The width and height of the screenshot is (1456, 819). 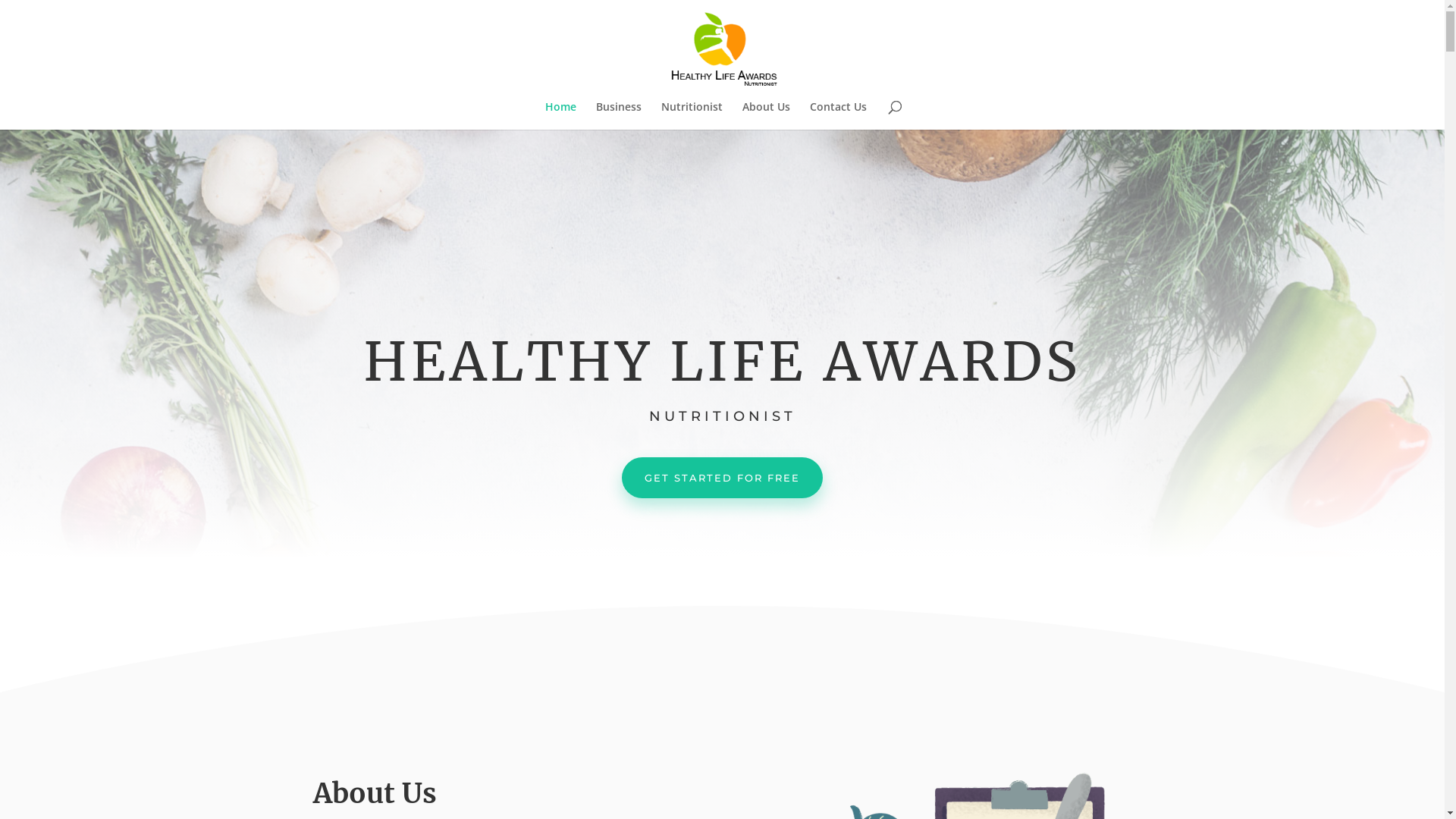 I want to click on 'GET STARTED FOR FREE', so click(x=721, y=476).